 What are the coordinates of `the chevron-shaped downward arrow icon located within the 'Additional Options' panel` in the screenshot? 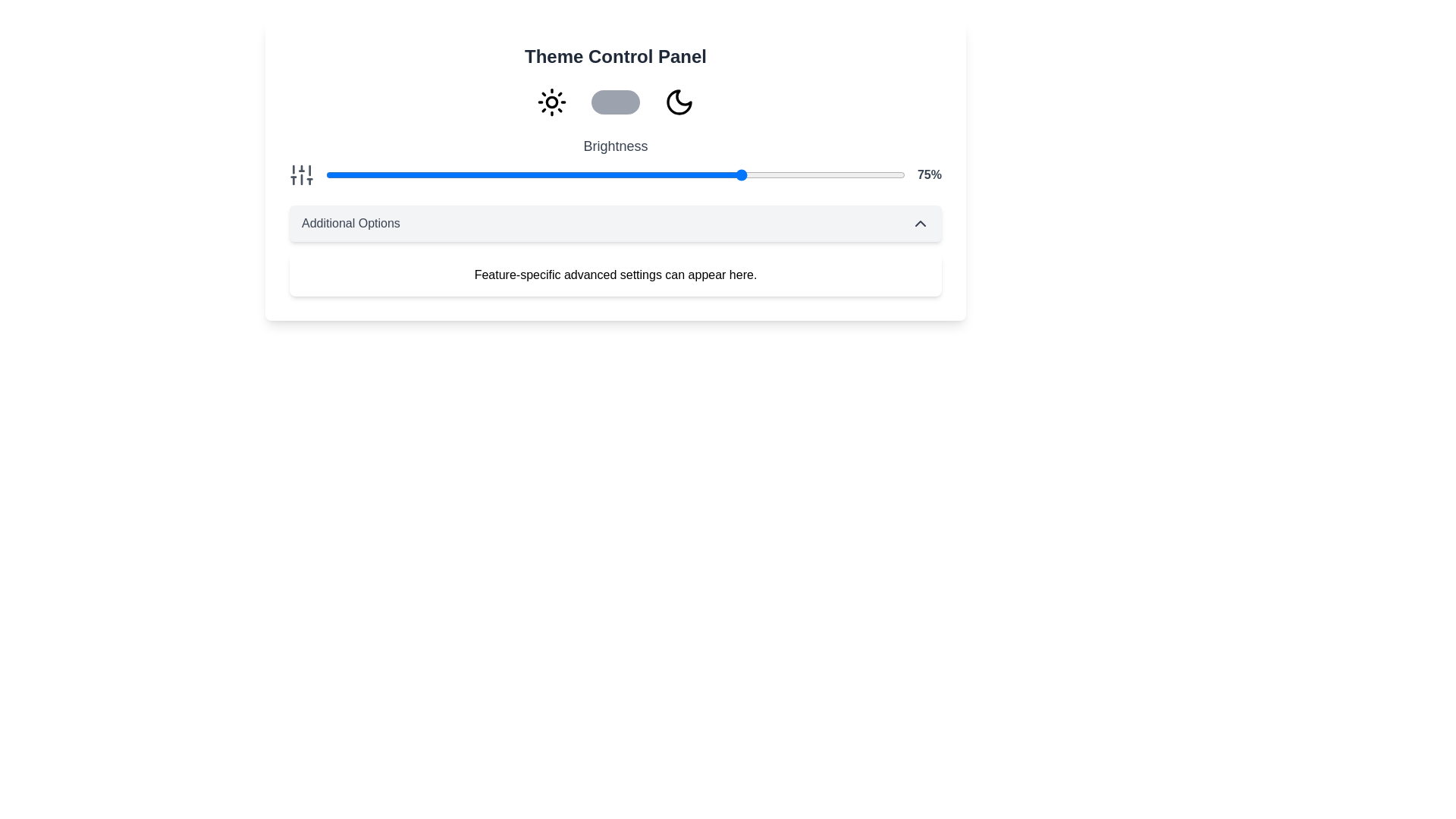 It's located at (920, 223).